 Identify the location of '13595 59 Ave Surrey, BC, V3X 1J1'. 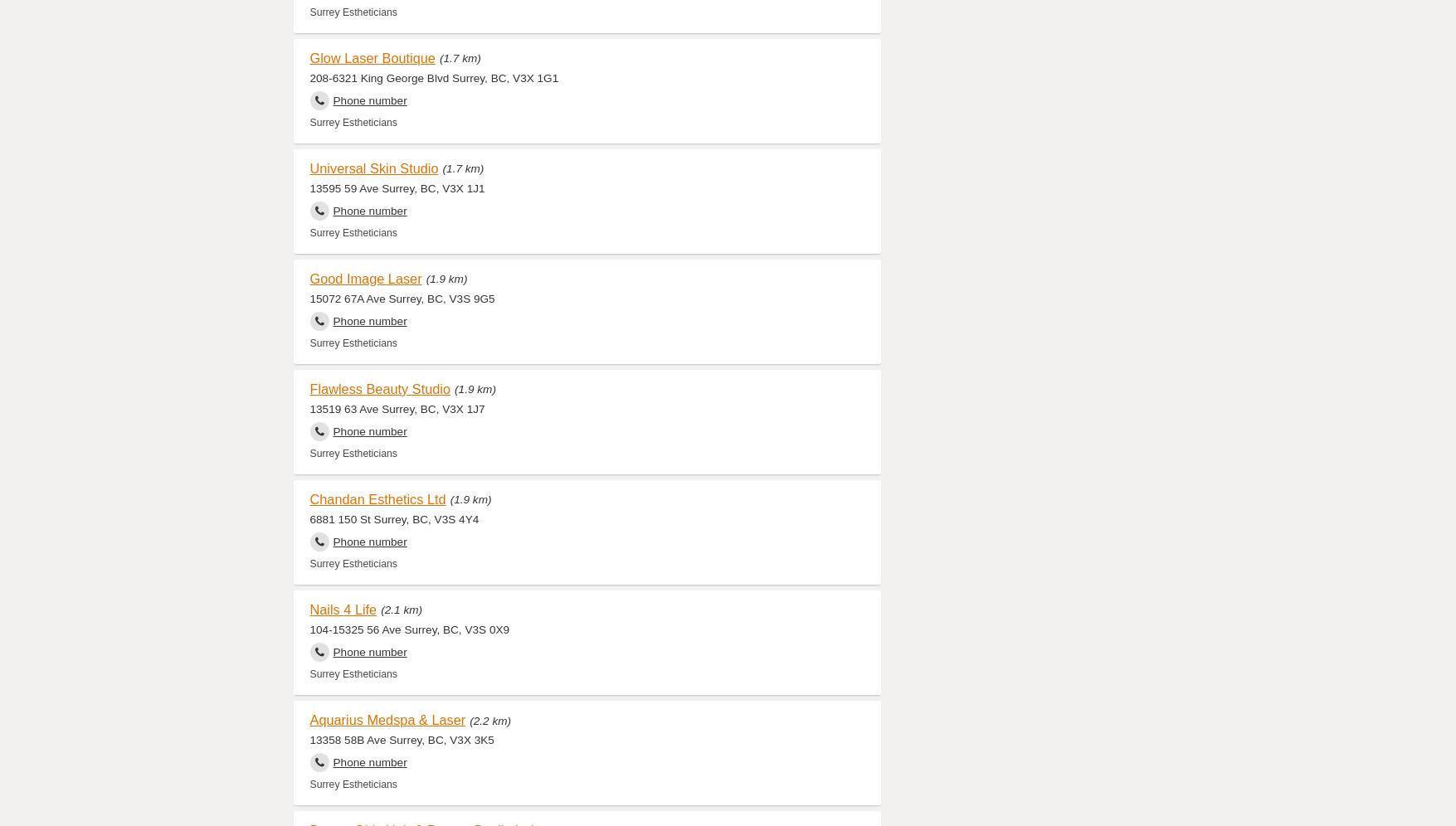
(308, 187).